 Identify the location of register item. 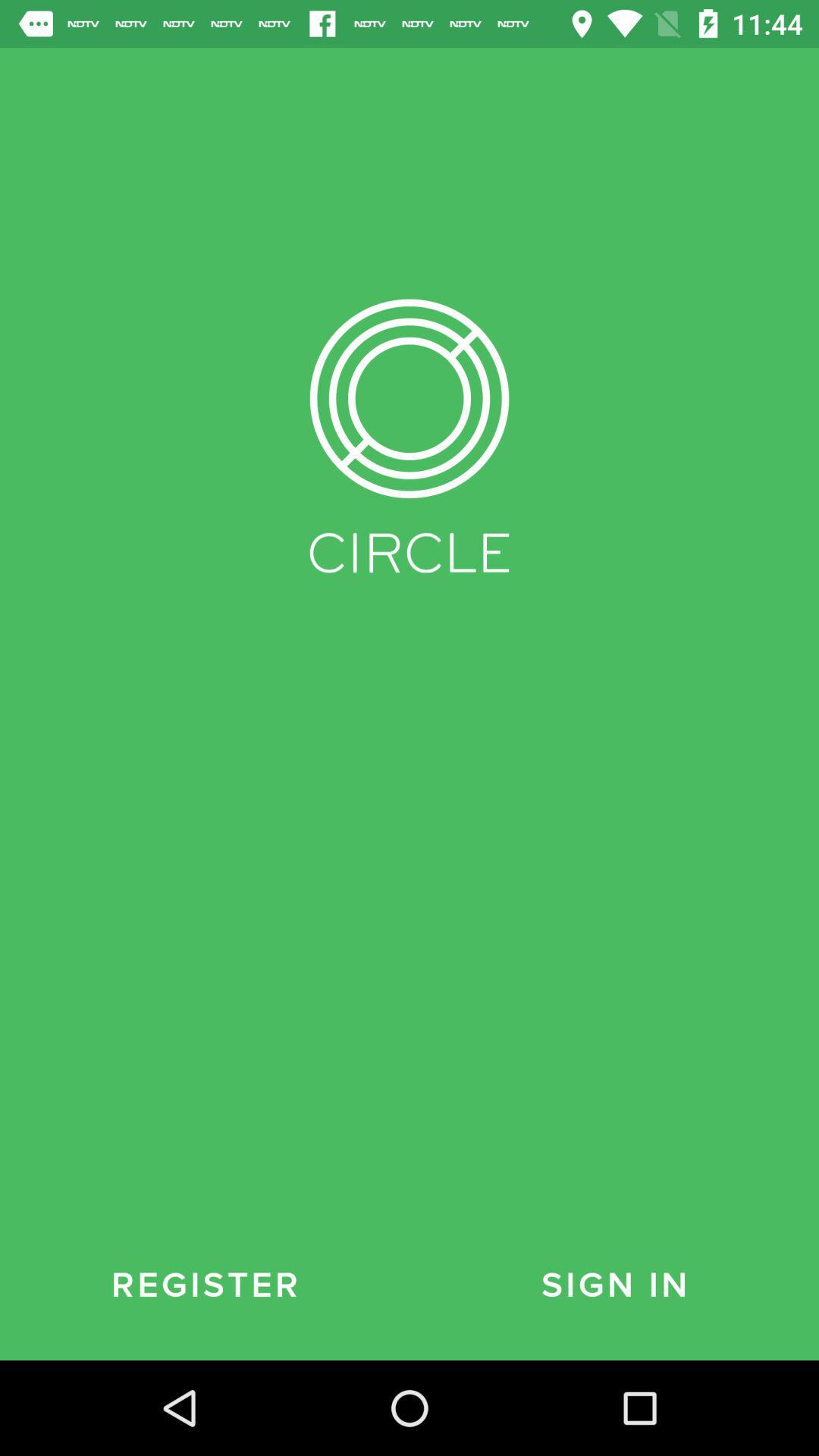
(205, 1285).